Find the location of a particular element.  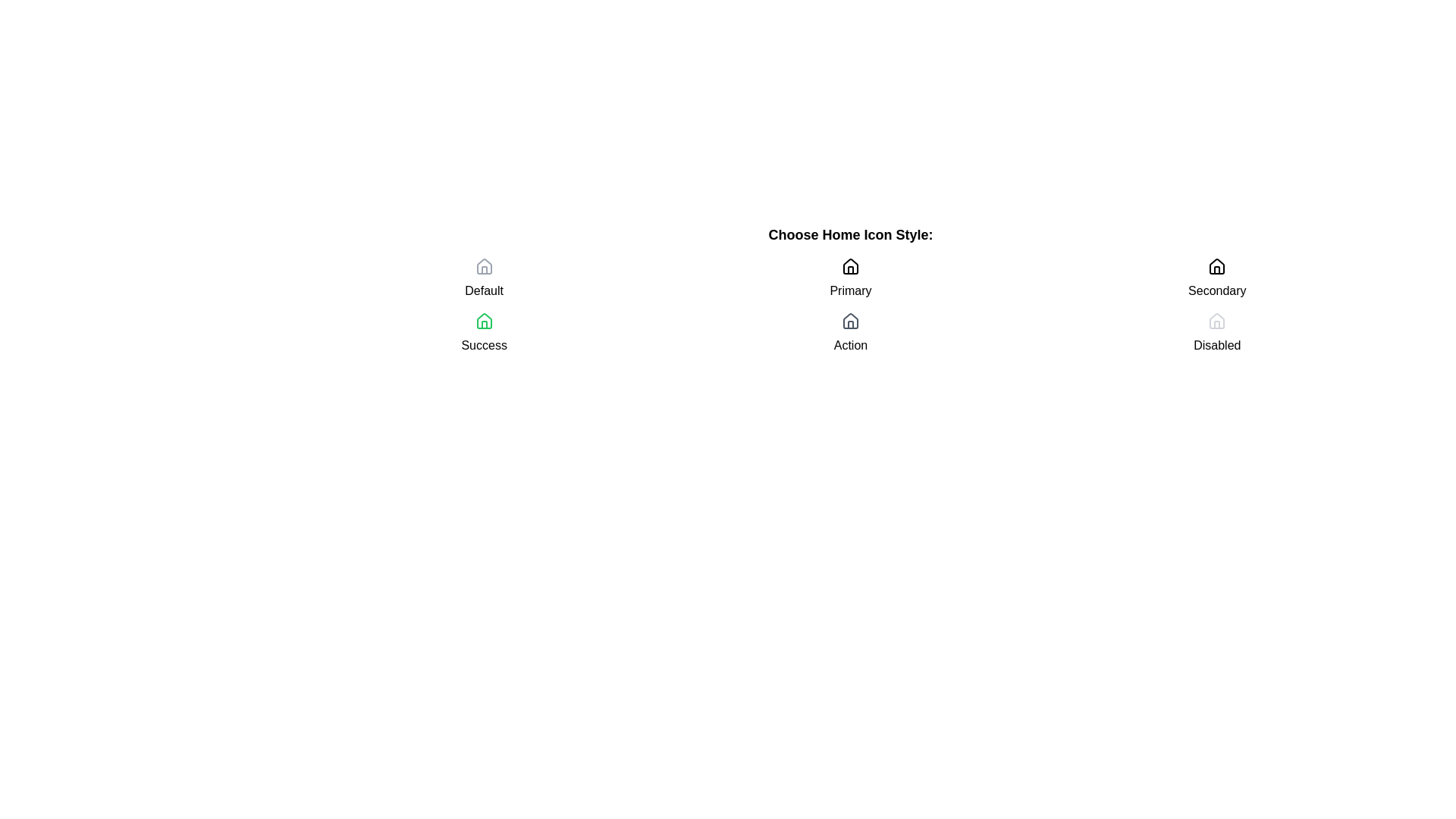

the first option selector in the grid layout, which represents the 'Default' option for the category or feature is located at coordinates (483, 278).